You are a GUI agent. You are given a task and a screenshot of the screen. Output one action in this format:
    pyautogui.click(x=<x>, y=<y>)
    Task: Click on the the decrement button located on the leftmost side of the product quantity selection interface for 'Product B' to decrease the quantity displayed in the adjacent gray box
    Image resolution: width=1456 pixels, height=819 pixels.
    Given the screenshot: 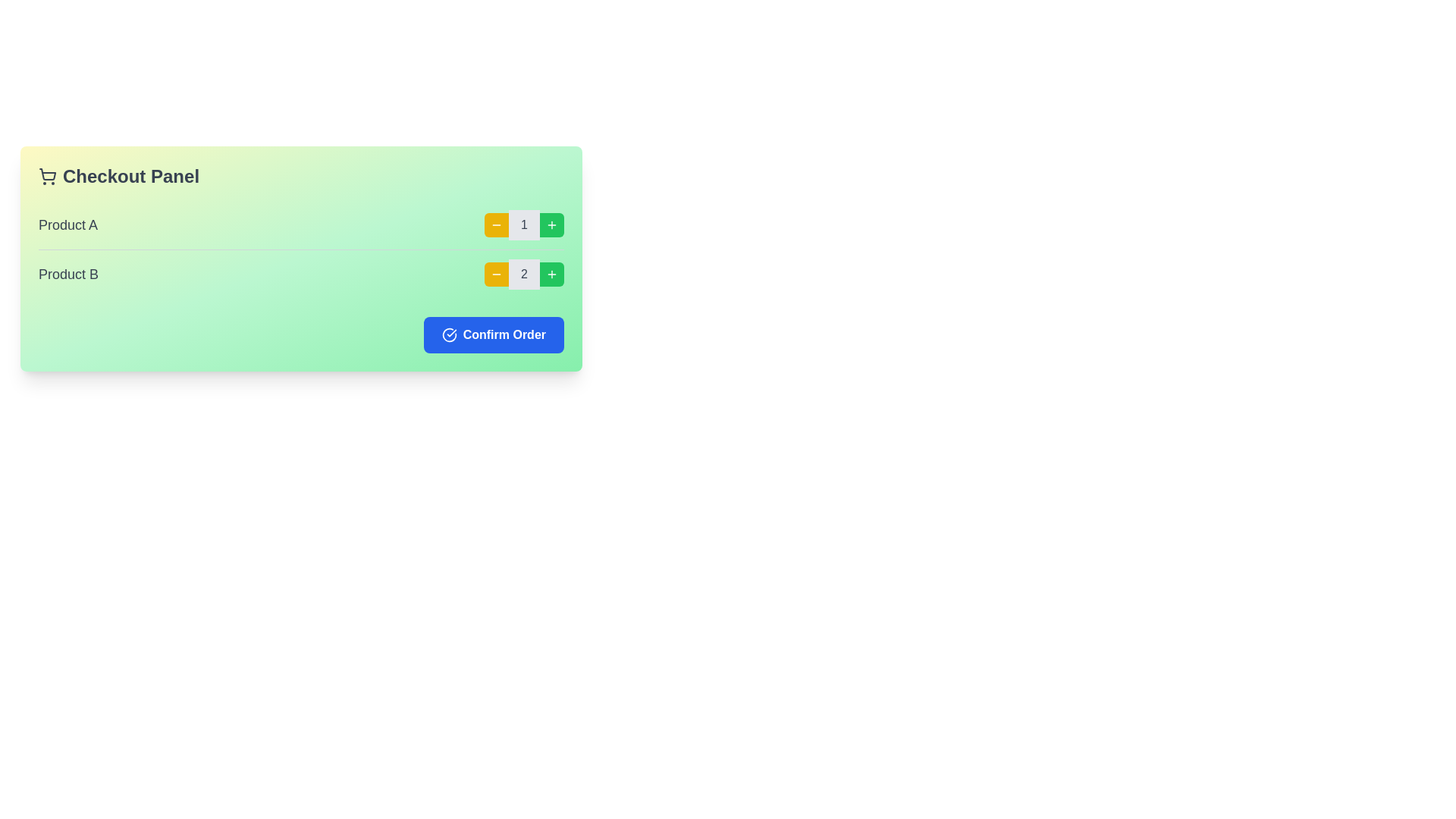 What is the action you would take?
    pyautogui.click(x=497, y=275)
    